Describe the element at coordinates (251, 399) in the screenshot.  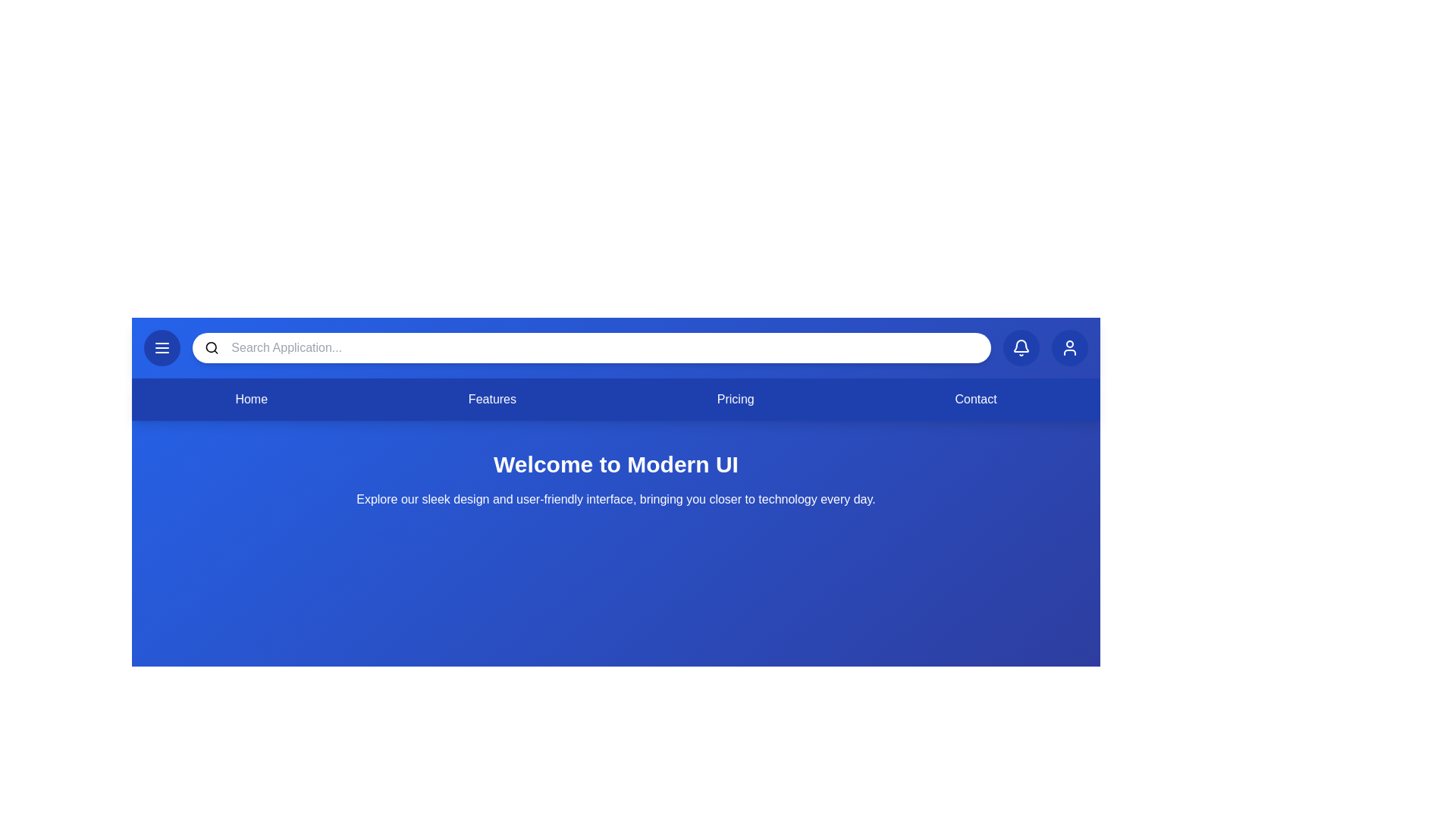
I see `the navigation link Home to access the corresponding section` at that location.